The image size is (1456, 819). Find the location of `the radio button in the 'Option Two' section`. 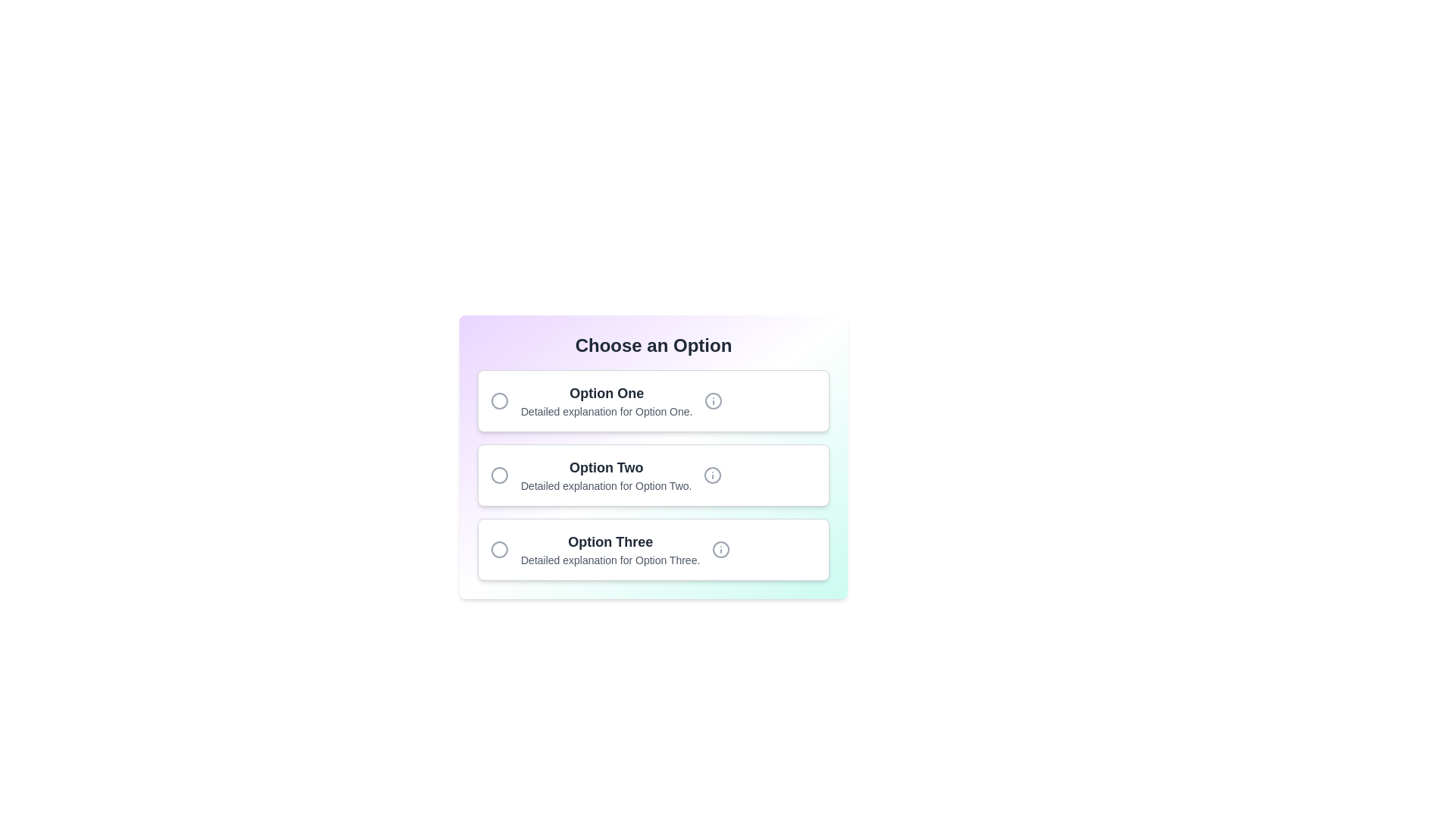

the radio button in the 'Option Two' section is located at coordinates (499, 475).